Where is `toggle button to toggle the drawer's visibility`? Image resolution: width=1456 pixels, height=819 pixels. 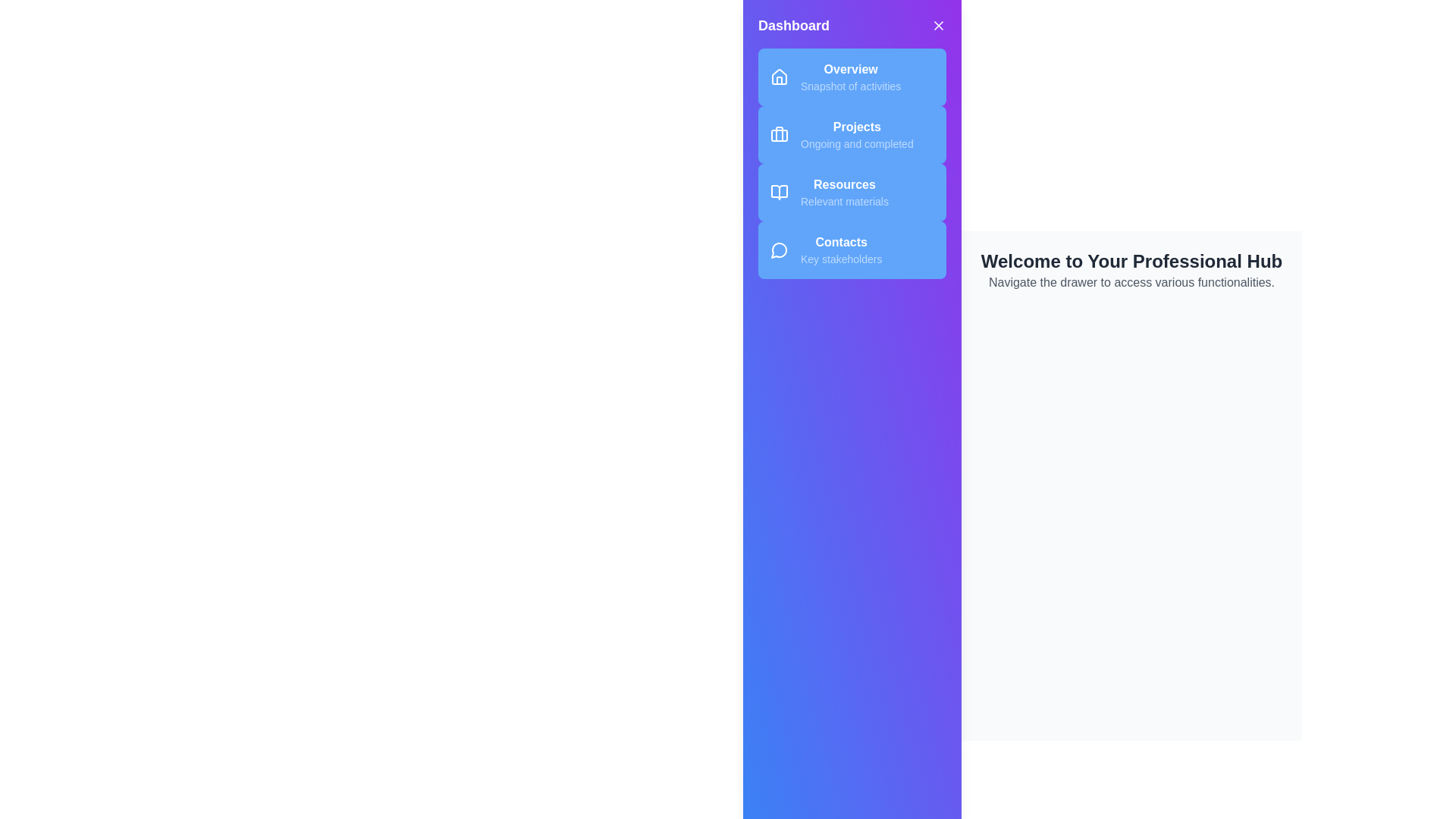
toggle button to toggle the drawer's visibility is located at coordinates (938, 26).